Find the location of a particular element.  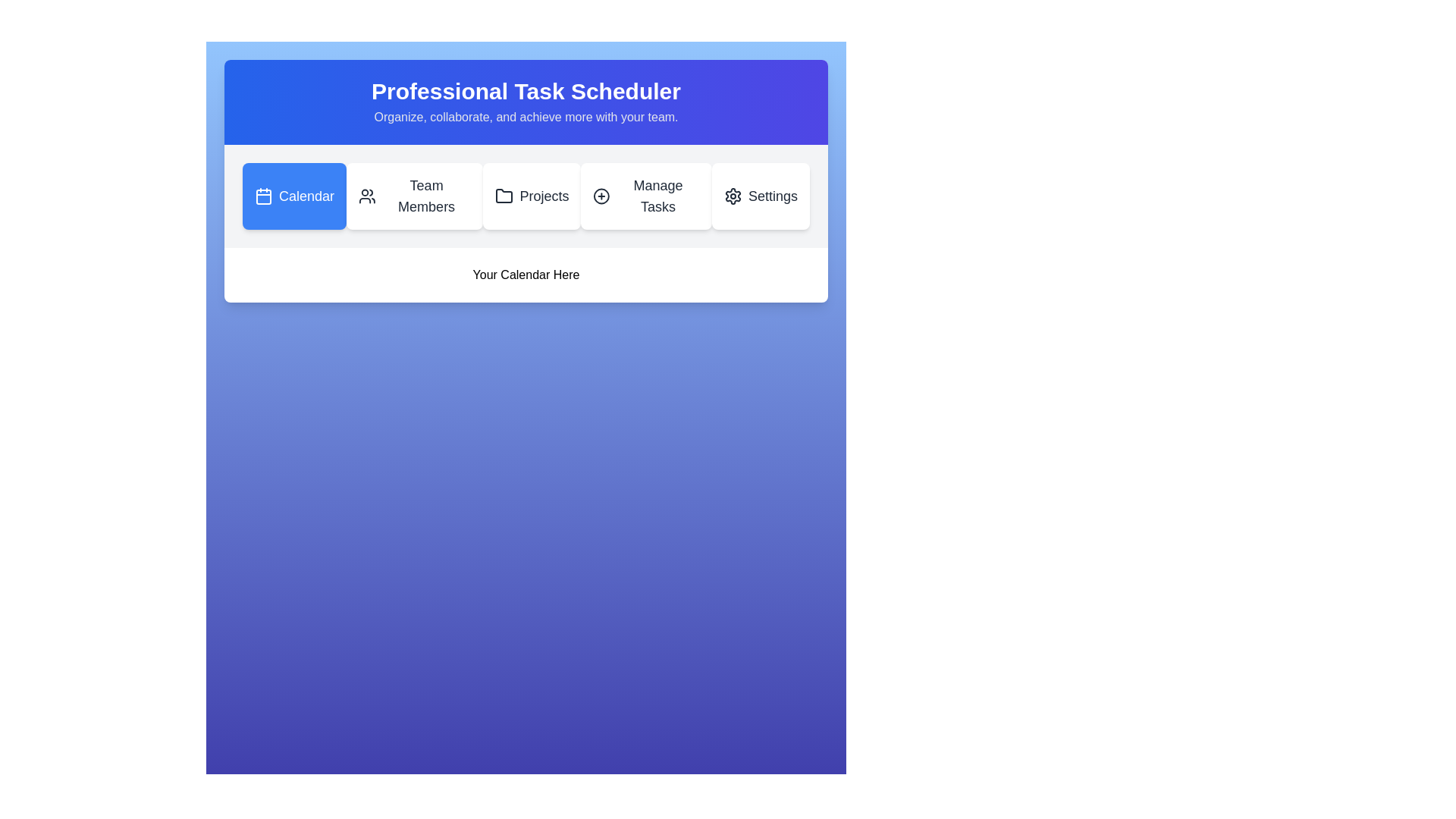

a section of the navigation bar containing interactive buttons, which is located below the header titled 'Professional Task Scheduler' is located at coordinates (526, 195).